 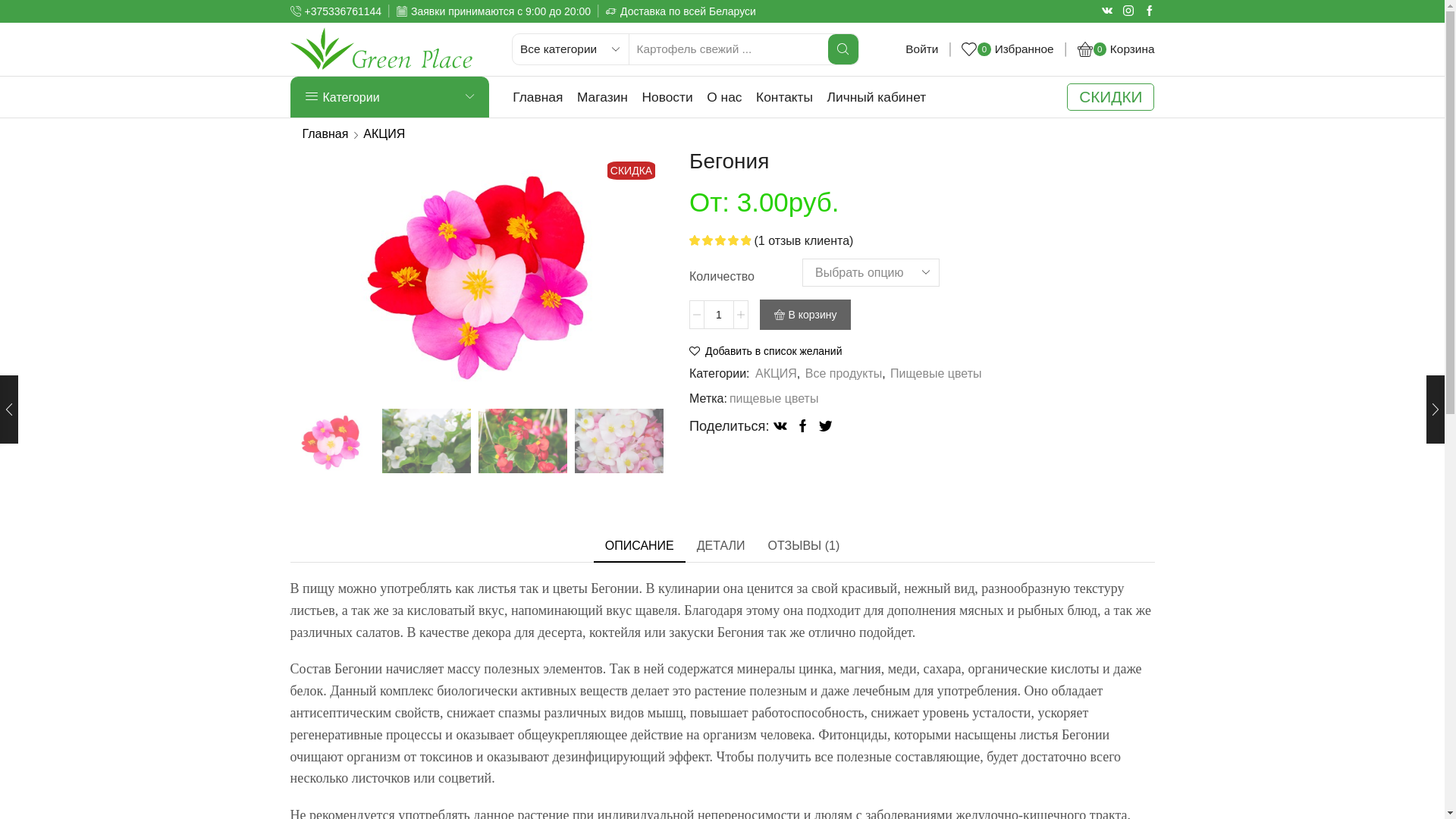 I want to click on 'Vk', so click(x=1106, y=11).